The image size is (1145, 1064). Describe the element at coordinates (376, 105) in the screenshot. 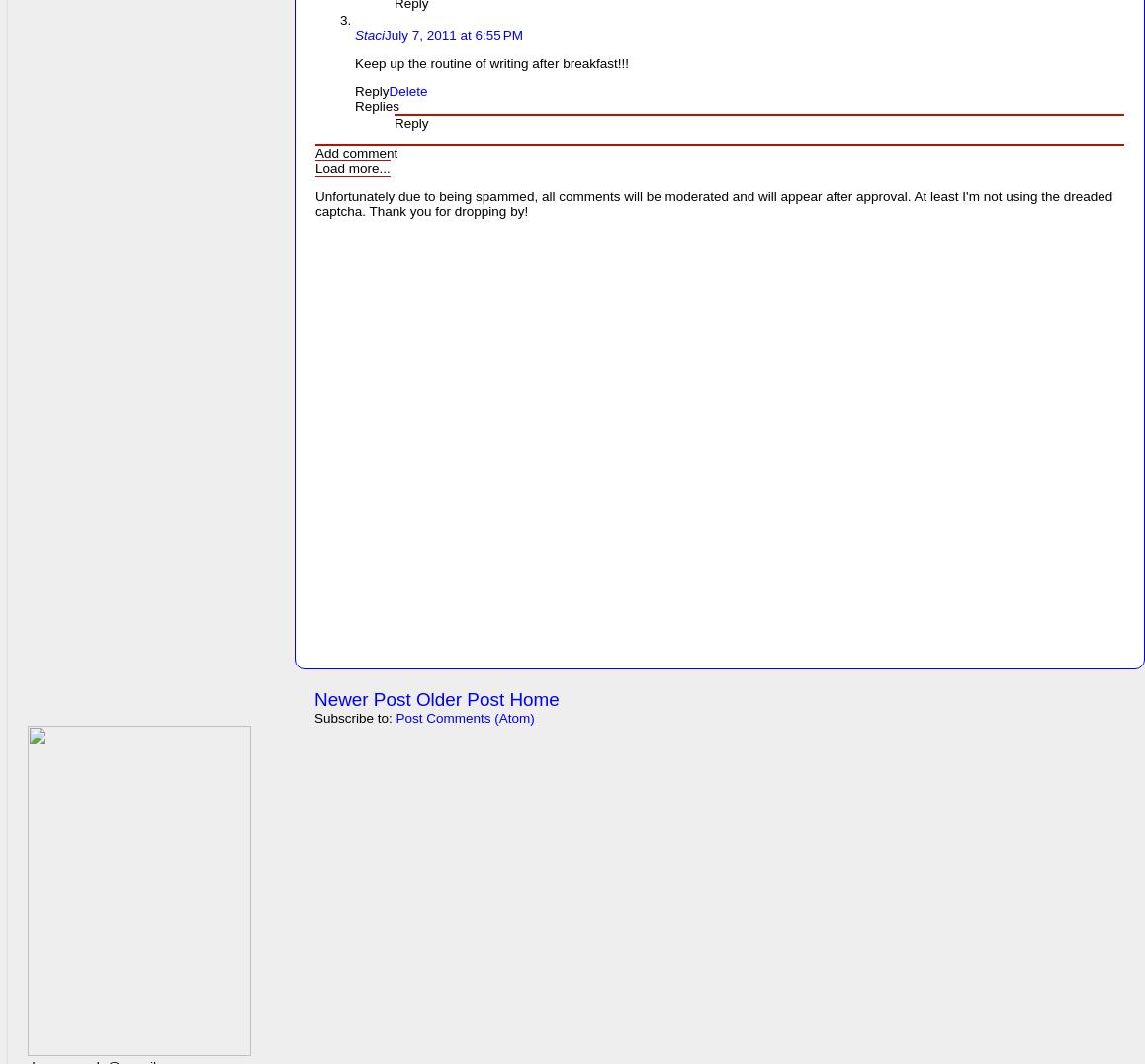

I see `'Replies'` at that location.